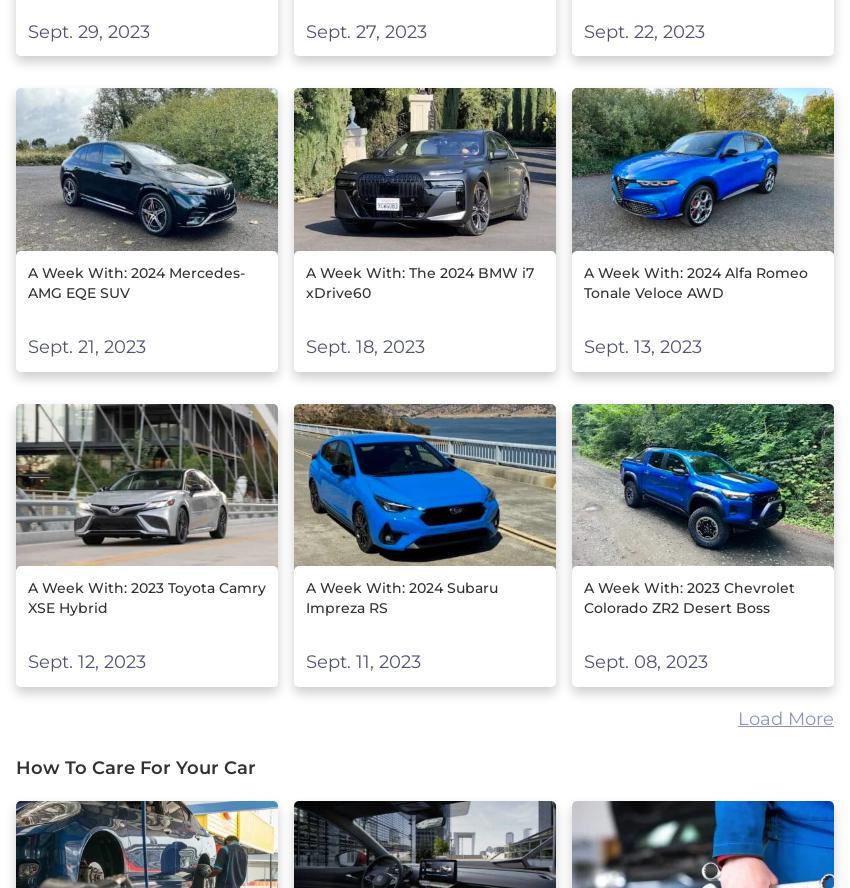 The height and width of the screenshot is (888, 850). Describe the element at coordinates (361, 661) in the screenshot. I see `'Sept. 11, 2023'` at that location.